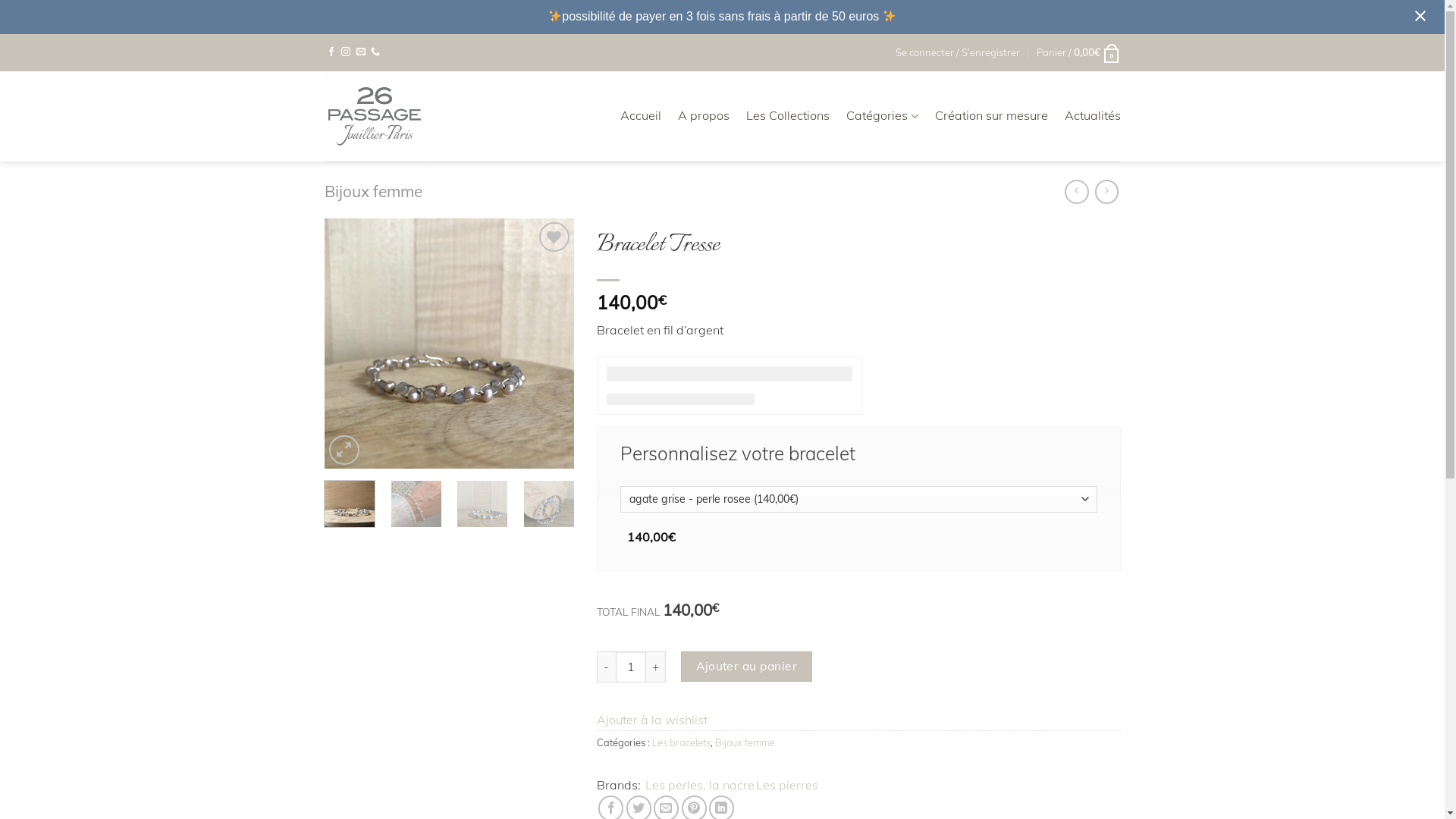  Describe the element at coordinates (680, 742) in the screenshot. I see `'Les bracelets'` at that location.